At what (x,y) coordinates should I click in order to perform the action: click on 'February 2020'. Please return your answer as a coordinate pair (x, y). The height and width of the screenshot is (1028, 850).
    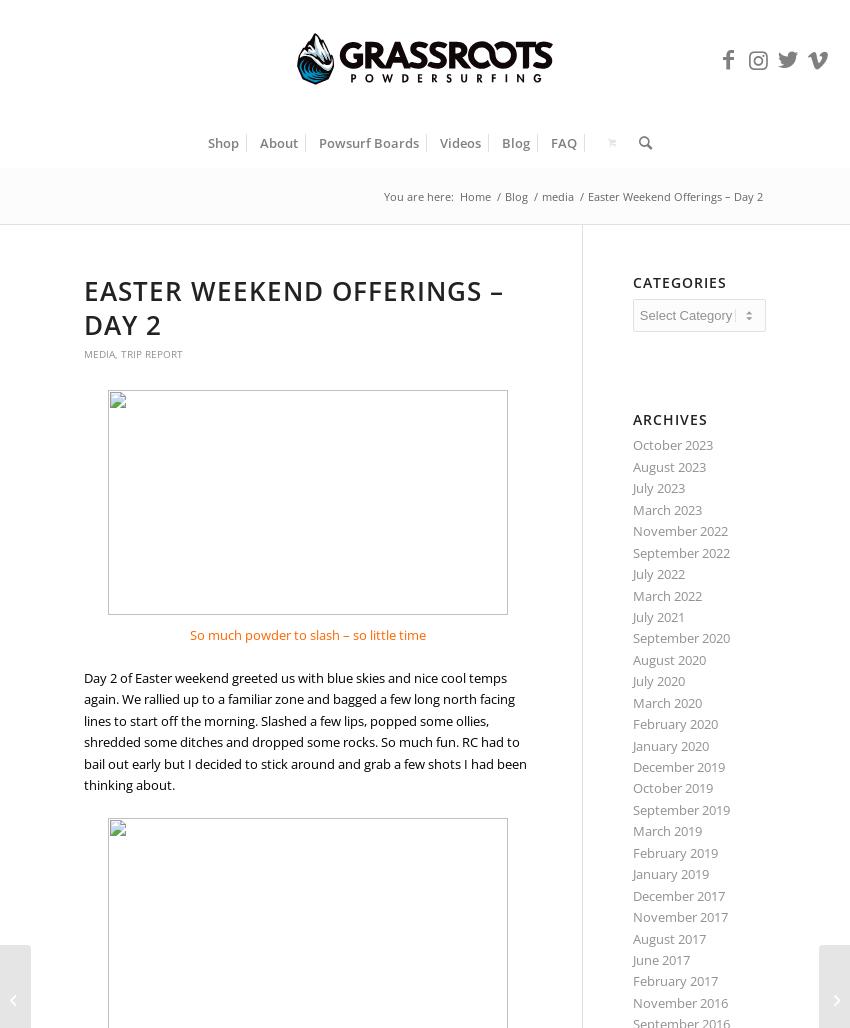
    Looking at the image, I should click on (630, 723).